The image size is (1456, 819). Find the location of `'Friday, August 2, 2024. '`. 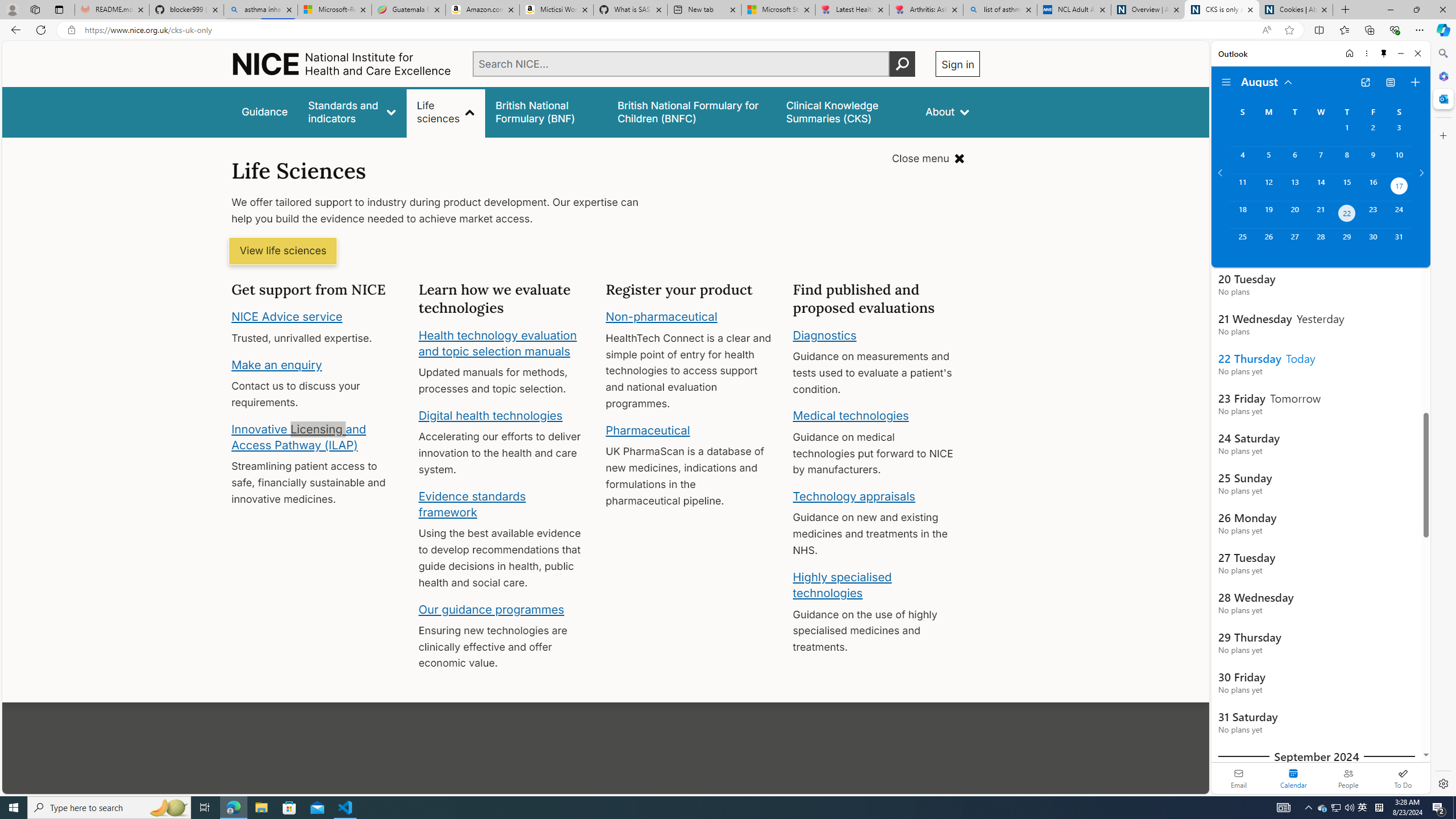

'Friday, August 2, 2024. ' is located at coordinates (1372, 133).